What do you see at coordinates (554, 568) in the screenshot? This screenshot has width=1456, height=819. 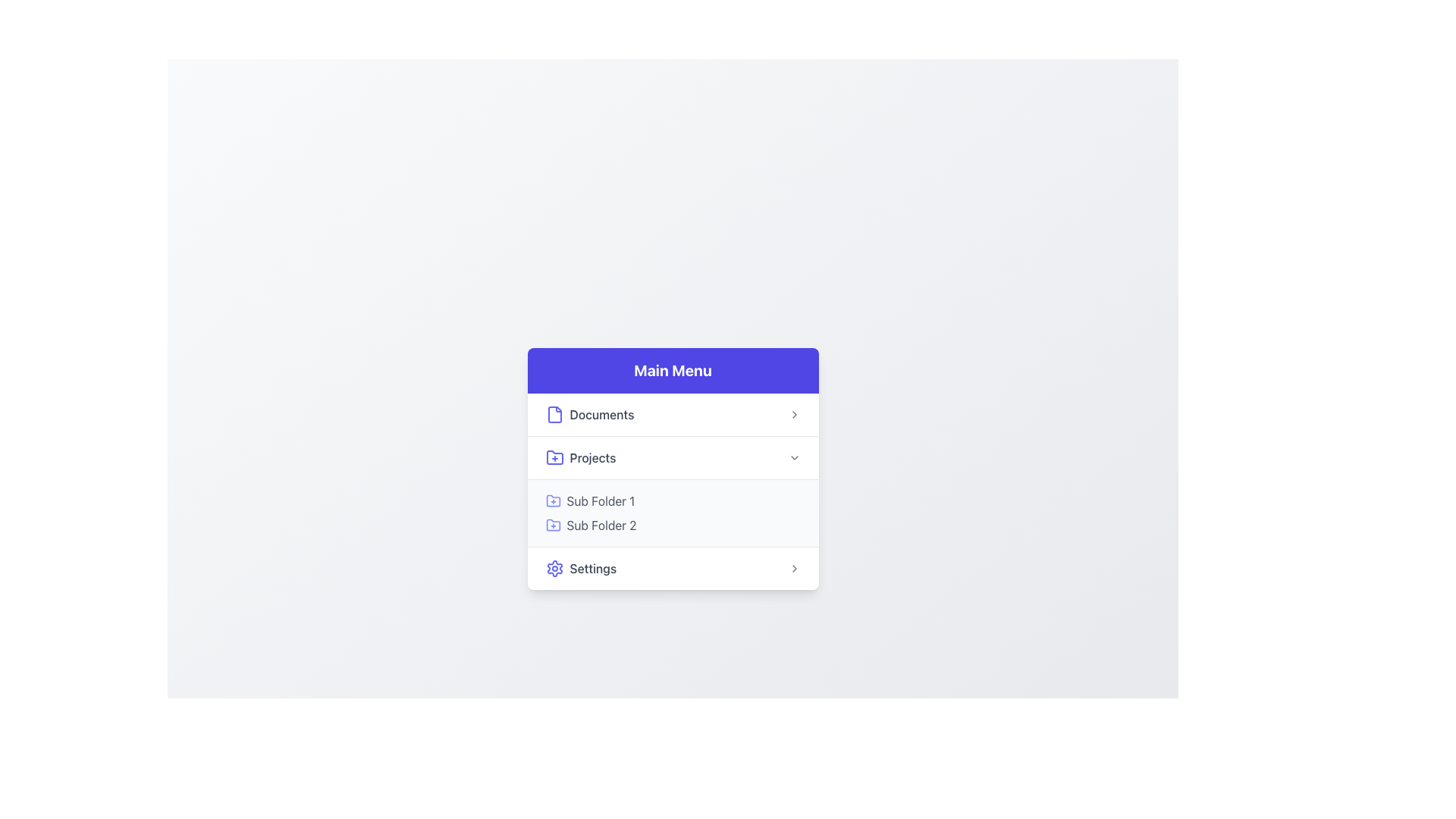 I see `the 'Settings' menu icon` at bounding box center [554, 568].